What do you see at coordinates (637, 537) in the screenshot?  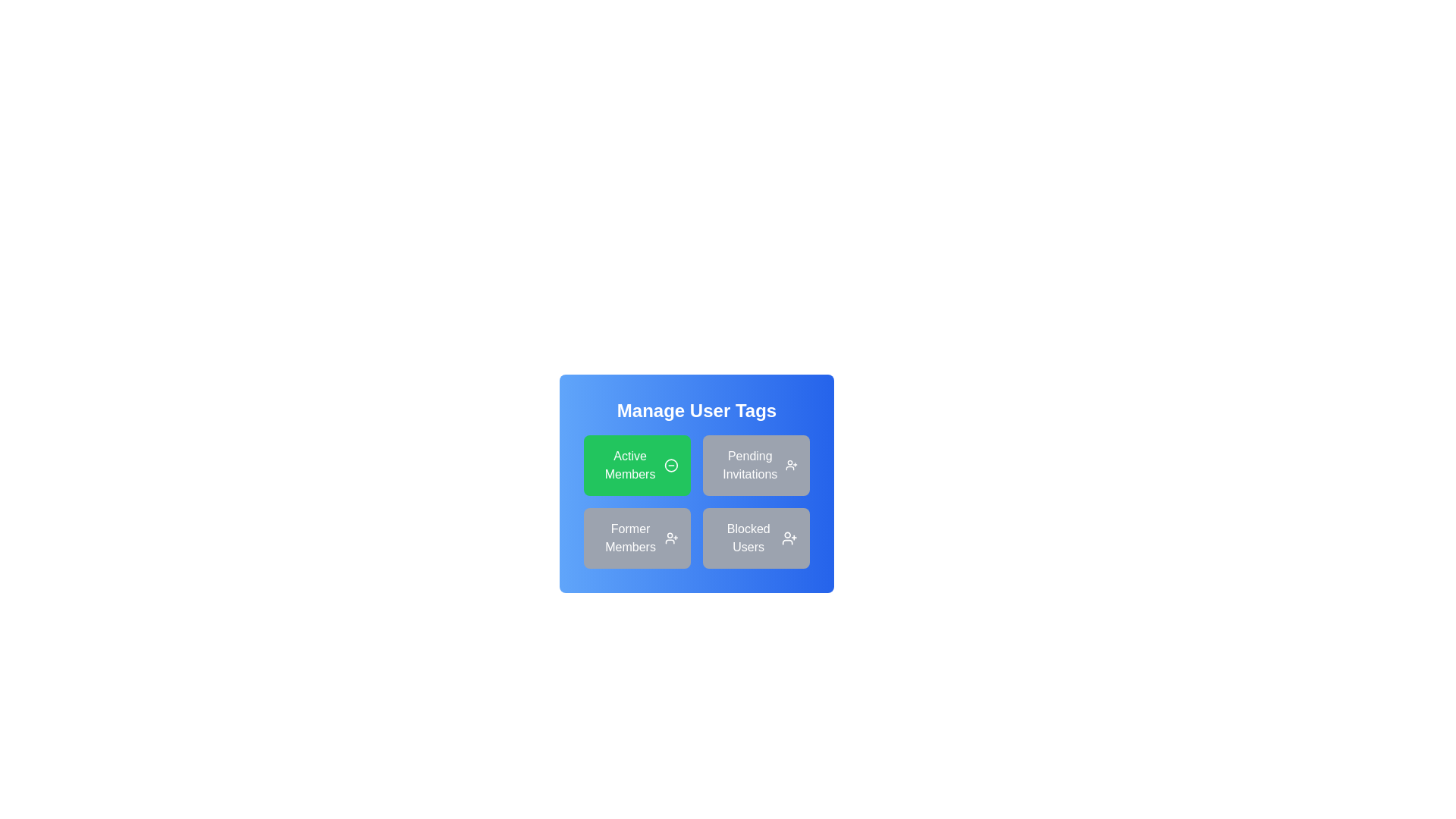 I see `the 'Former Members' button, which is a medium gray rectangular button with rounded corners containing the text 'Former Members' and a user icon with a plus sign on the right edge, located in the lower-left corner of a four-button grid` at bounding box center [637, 537].